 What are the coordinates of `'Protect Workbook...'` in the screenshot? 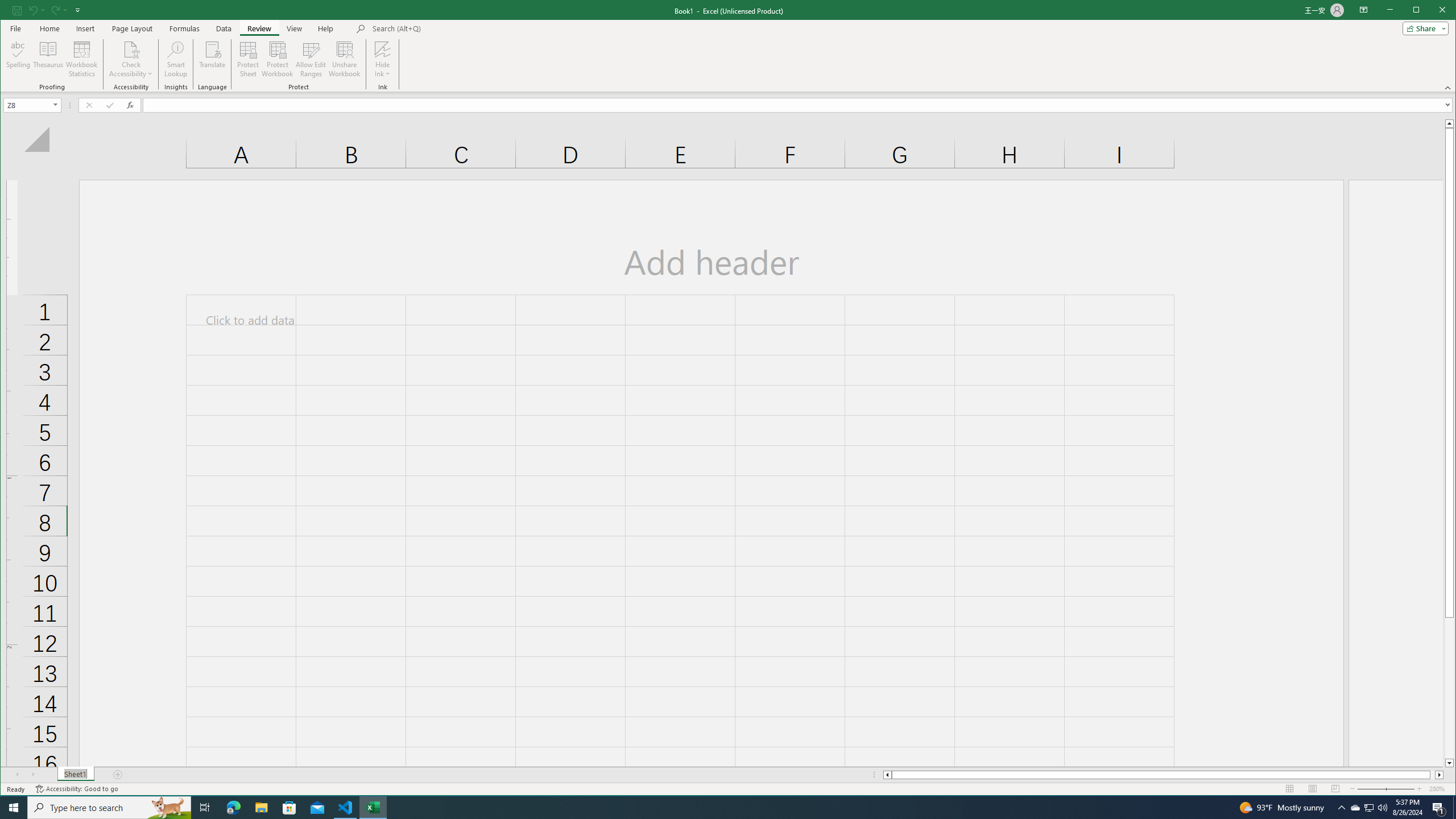 It's located at (276, 59).